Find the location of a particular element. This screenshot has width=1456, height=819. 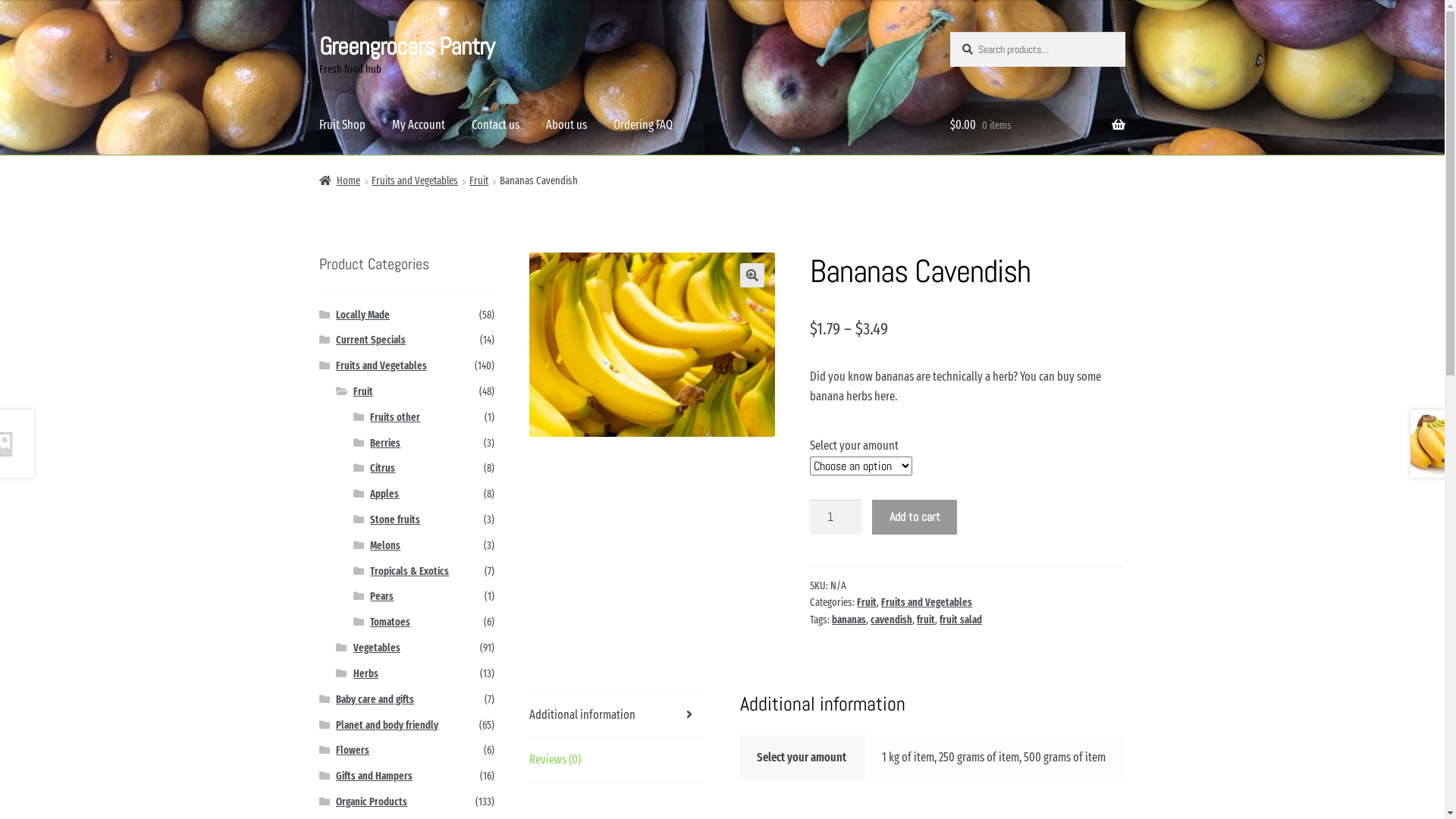

'Pears' is located at coordinates (381, 595).